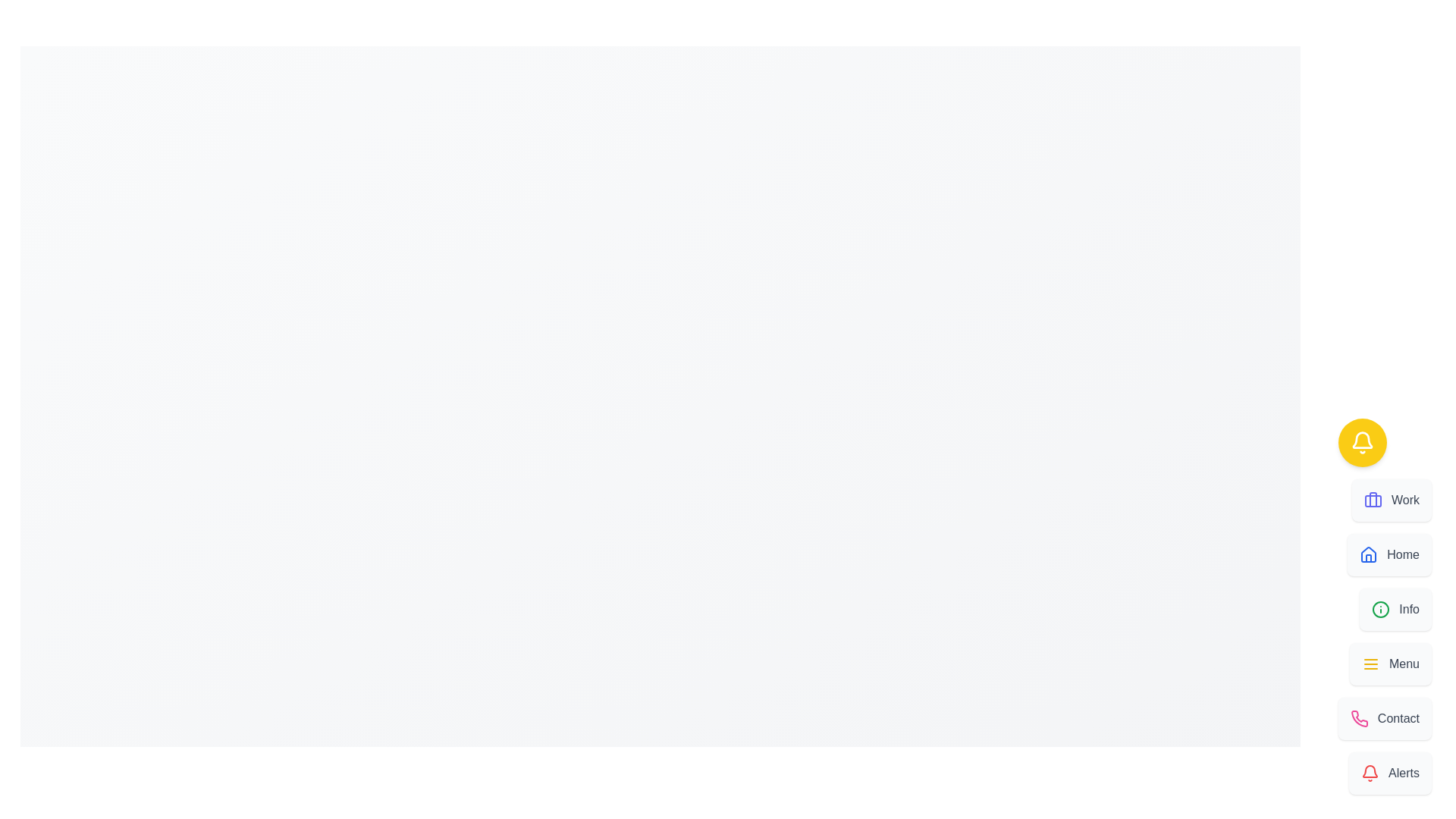  I want to click on the option Home from the Speed Dial menu, so click(1389, 555).